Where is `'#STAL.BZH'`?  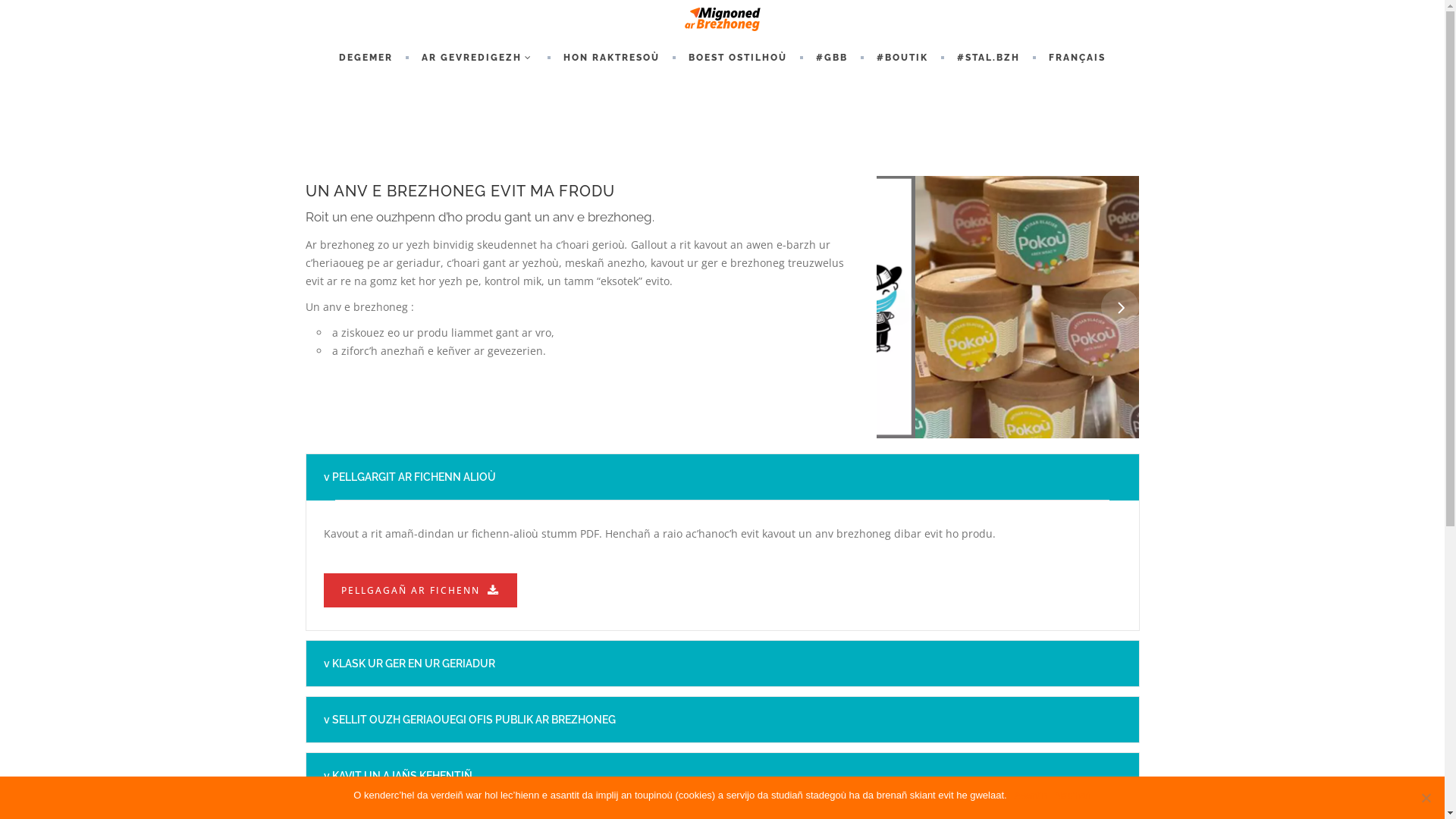
'#STAL.BZH' is located at coordinates (988, 57).